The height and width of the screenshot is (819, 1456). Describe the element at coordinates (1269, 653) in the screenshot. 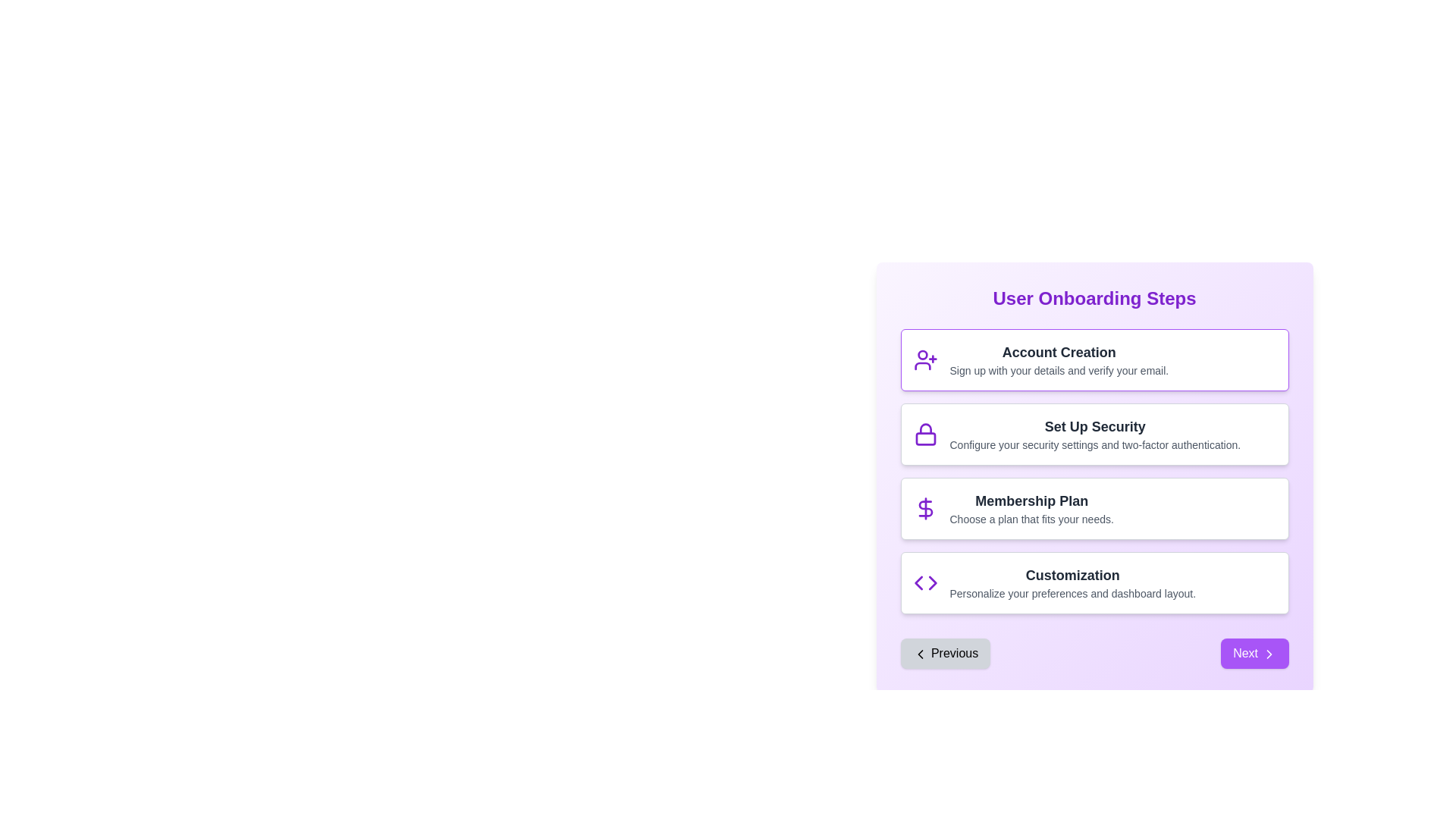

I see `the right-pointing chevron-shaped arrow icon, which is styled with an outline and minimalistic design, located to the right of the 'Next' button in the user onboarding interface` at that location.